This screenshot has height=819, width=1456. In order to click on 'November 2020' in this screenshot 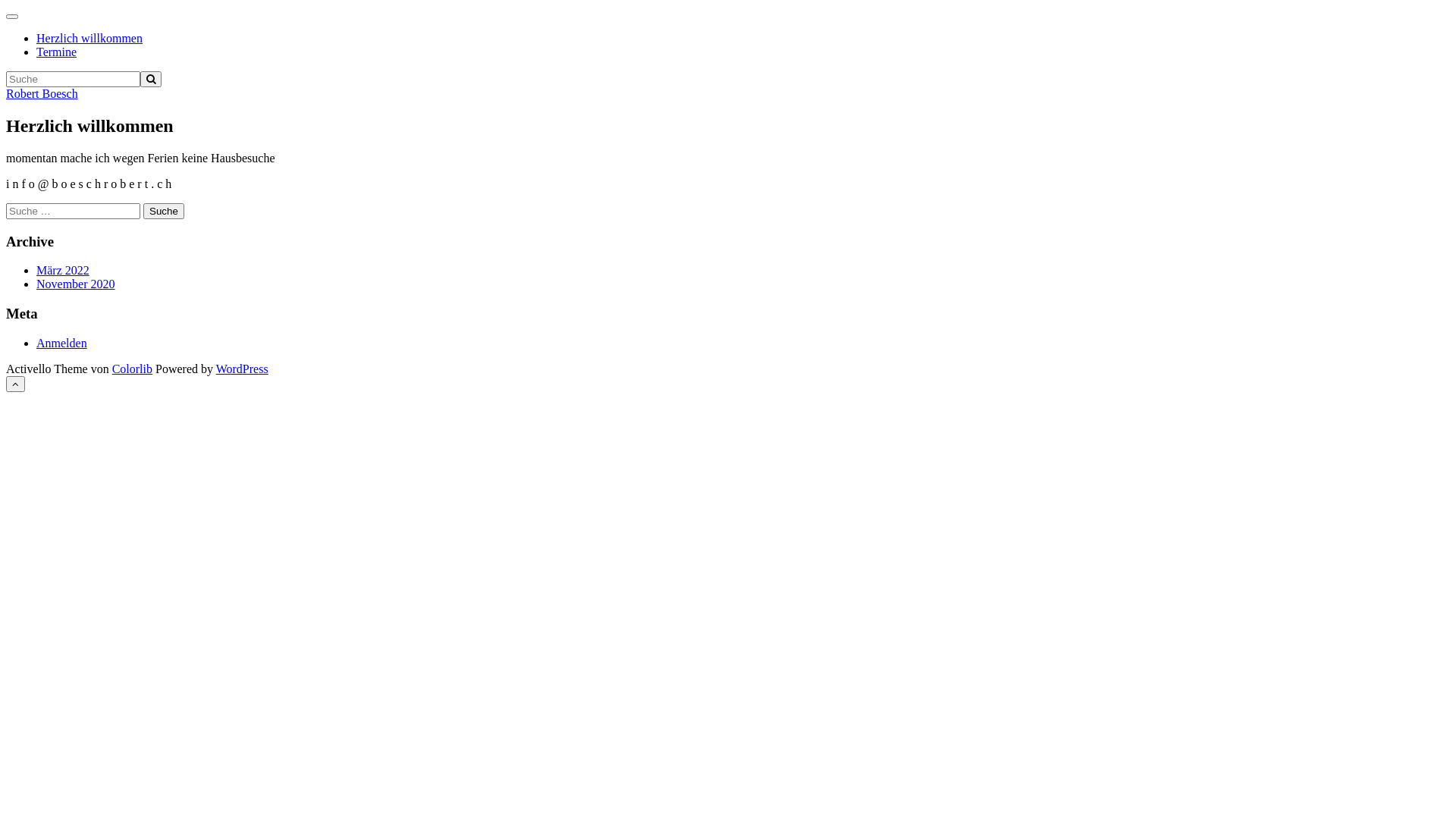, I will do `click(75, 284)`.